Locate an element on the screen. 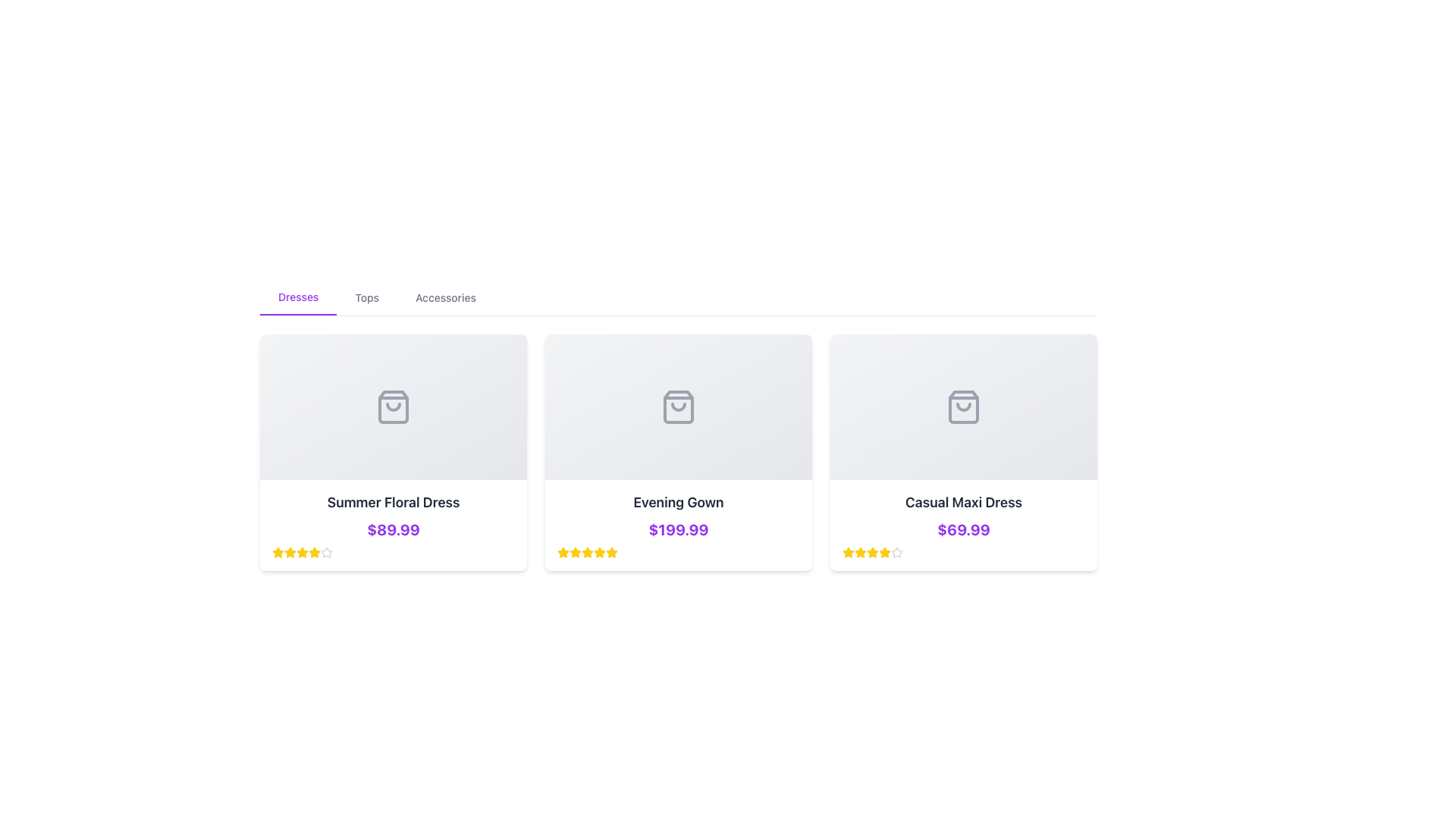 The image size is (1456, 819). the third star icon in the rating system is located at coordinates (290, 553).